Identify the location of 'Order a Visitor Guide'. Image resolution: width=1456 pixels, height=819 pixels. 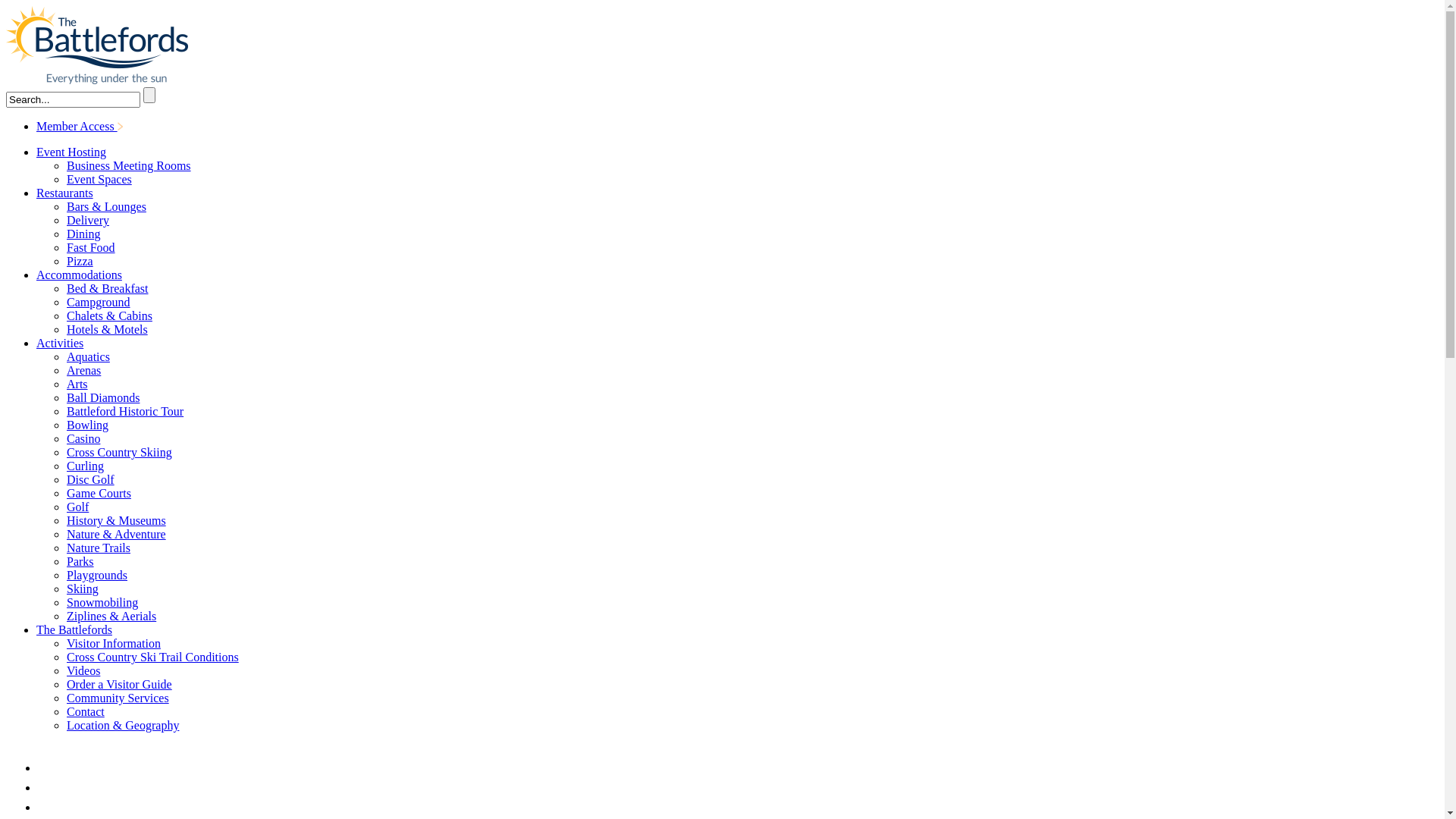
(65, 684).